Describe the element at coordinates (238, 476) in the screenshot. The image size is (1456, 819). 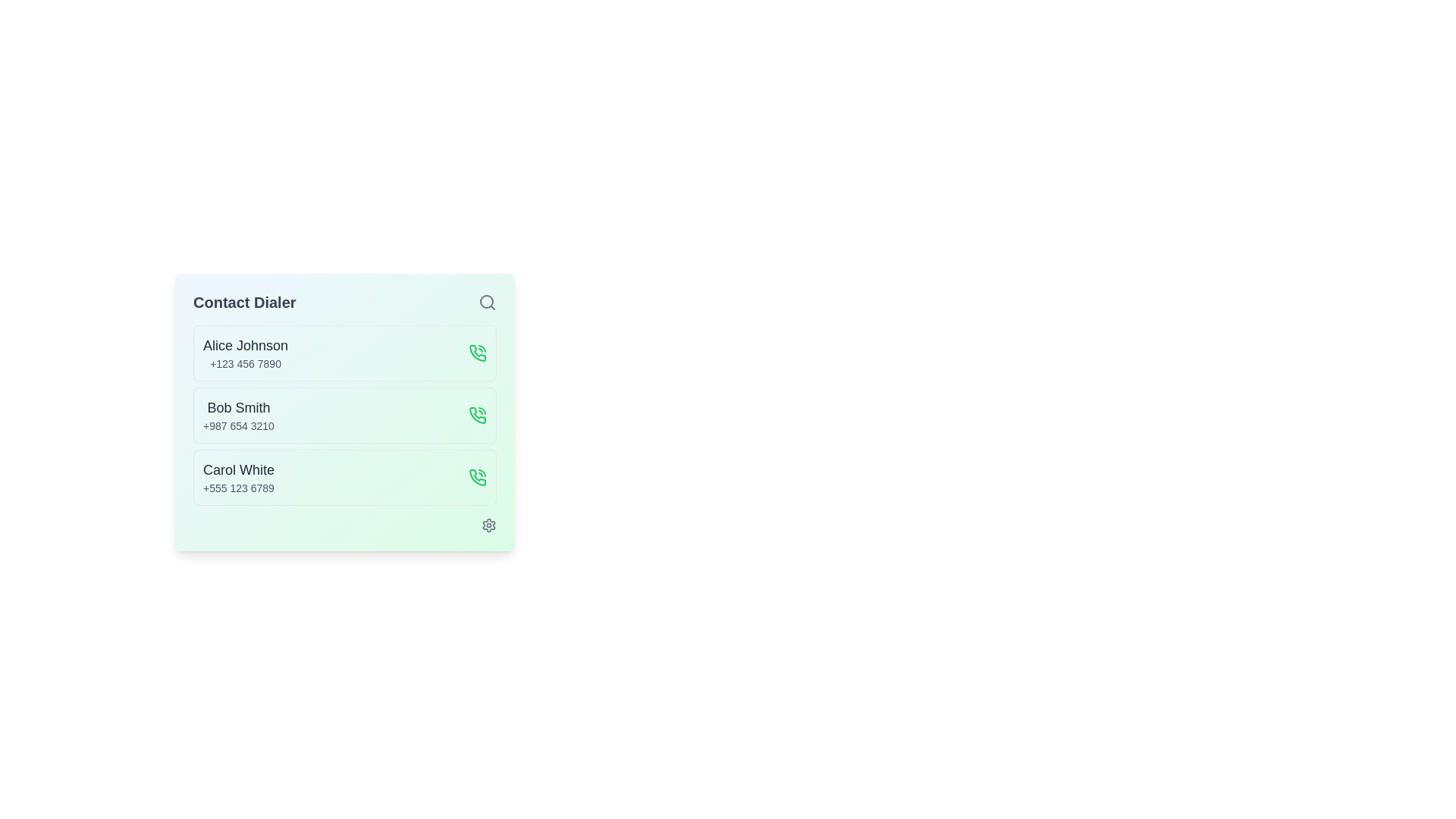
I see `the third contact entry` at that location.